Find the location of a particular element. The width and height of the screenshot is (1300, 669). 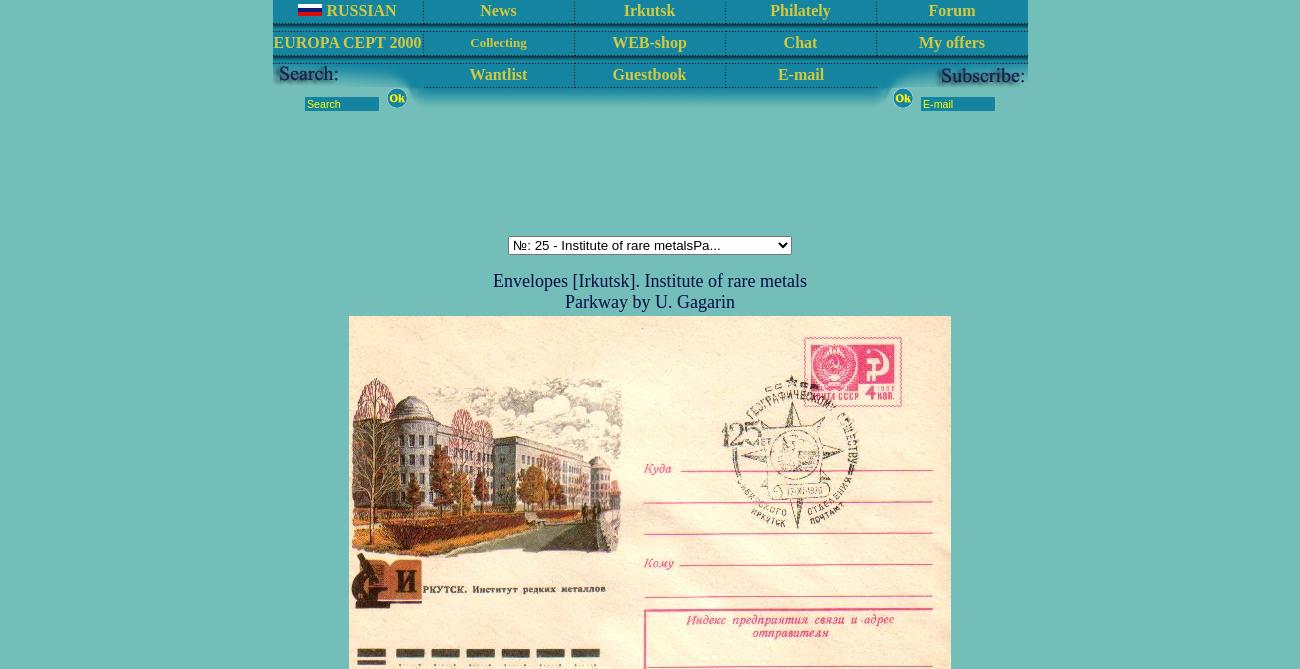

'Chat' is located at coordinates (799, 41).